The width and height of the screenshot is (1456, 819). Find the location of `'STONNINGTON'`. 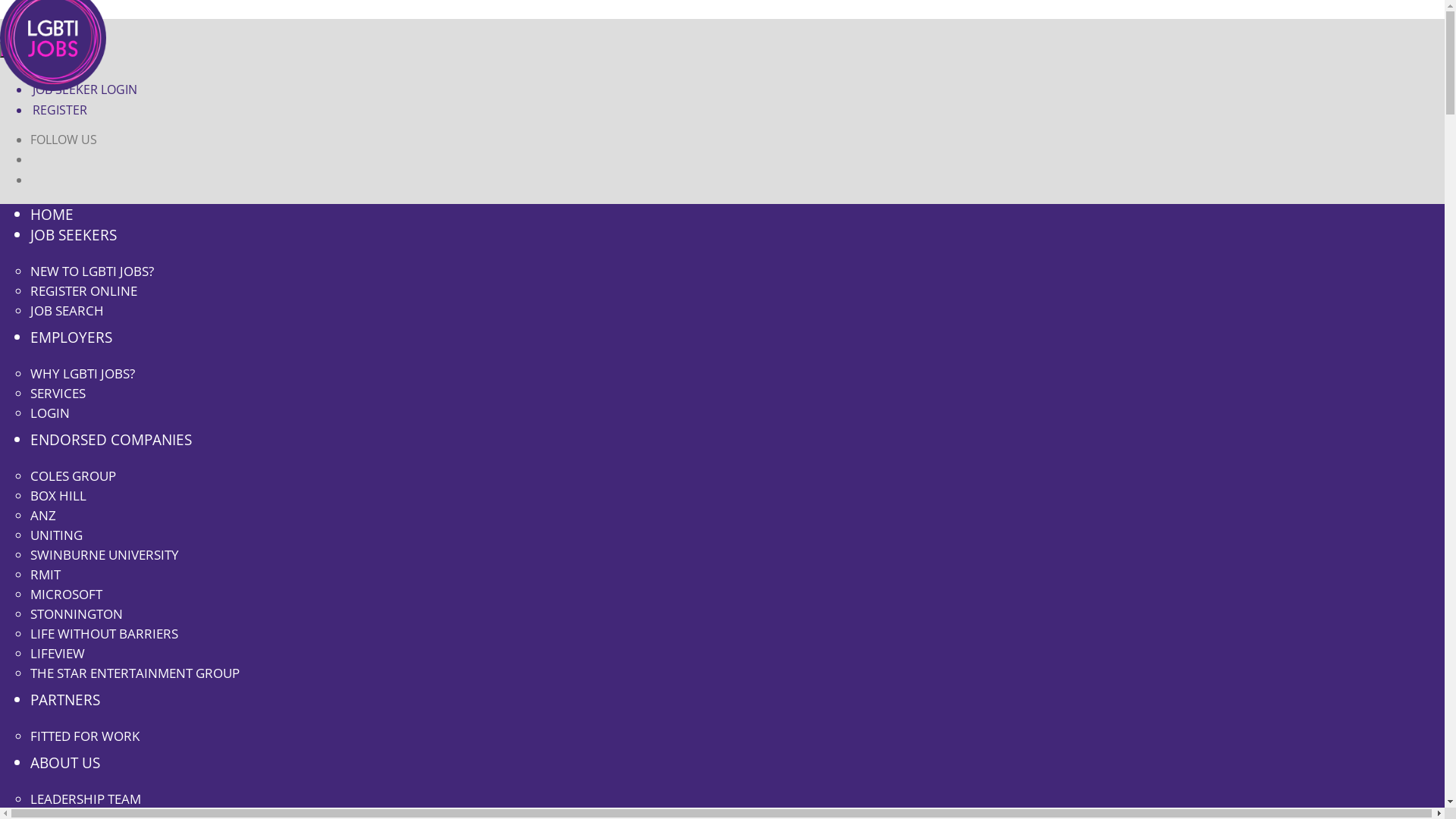

'STONNINGTON' is located at coordinates (75, 613).